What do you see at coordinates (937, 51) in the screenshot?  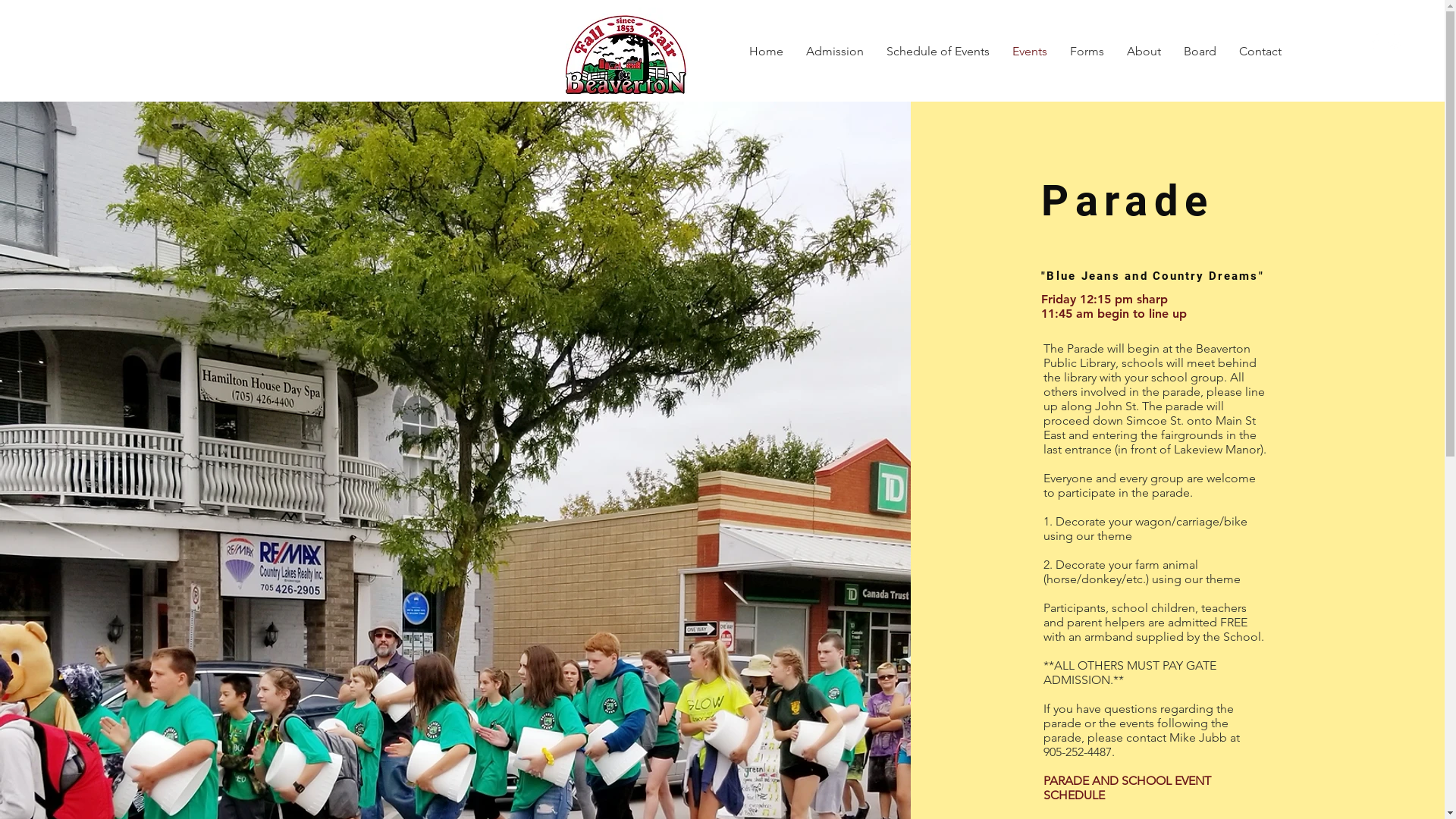 I see `'Schedule of Events'` at bounding box center [937, 51].